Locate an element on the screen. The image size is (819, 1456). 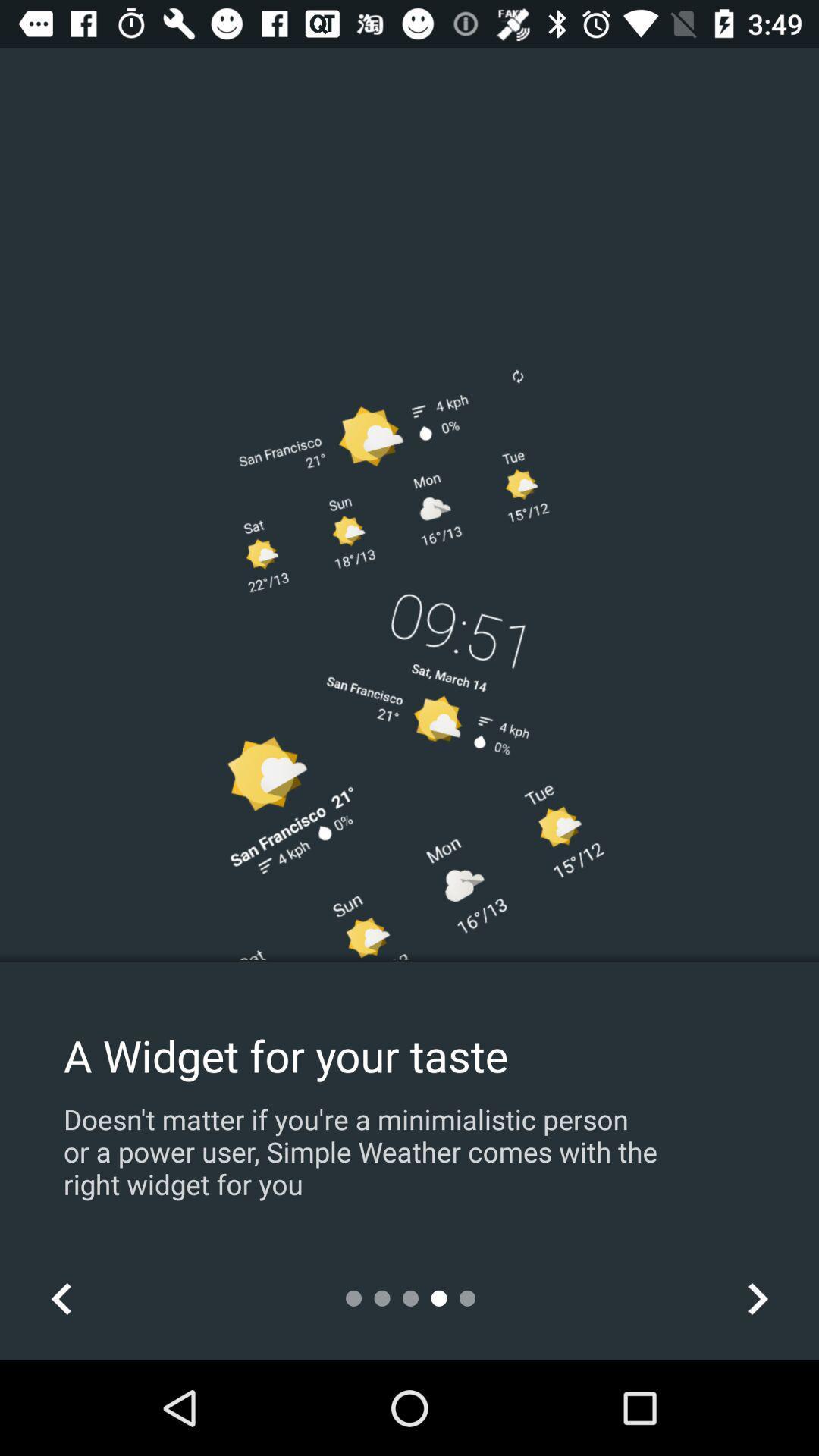
icon below doesn t matter item is located at coordinates (61, 1298).